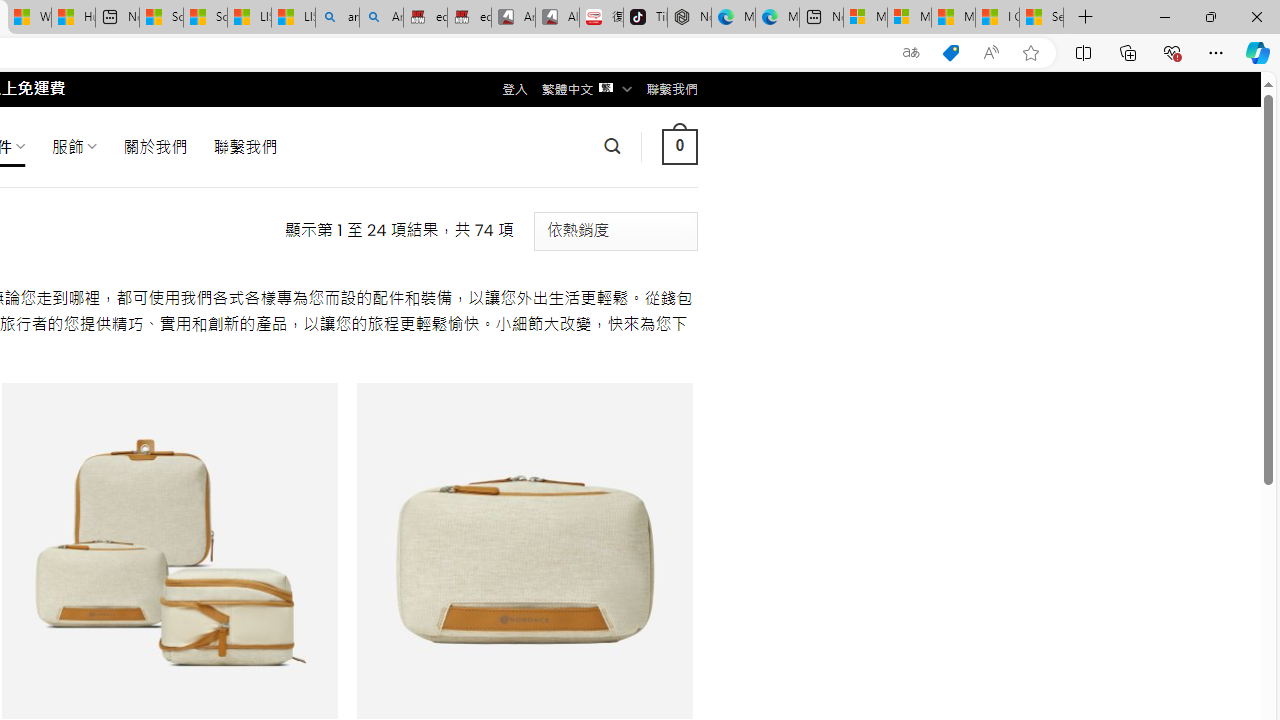  Describe the element at coordinates (909, 52) in the screenshot. I see `'Show translate options'` at that location.